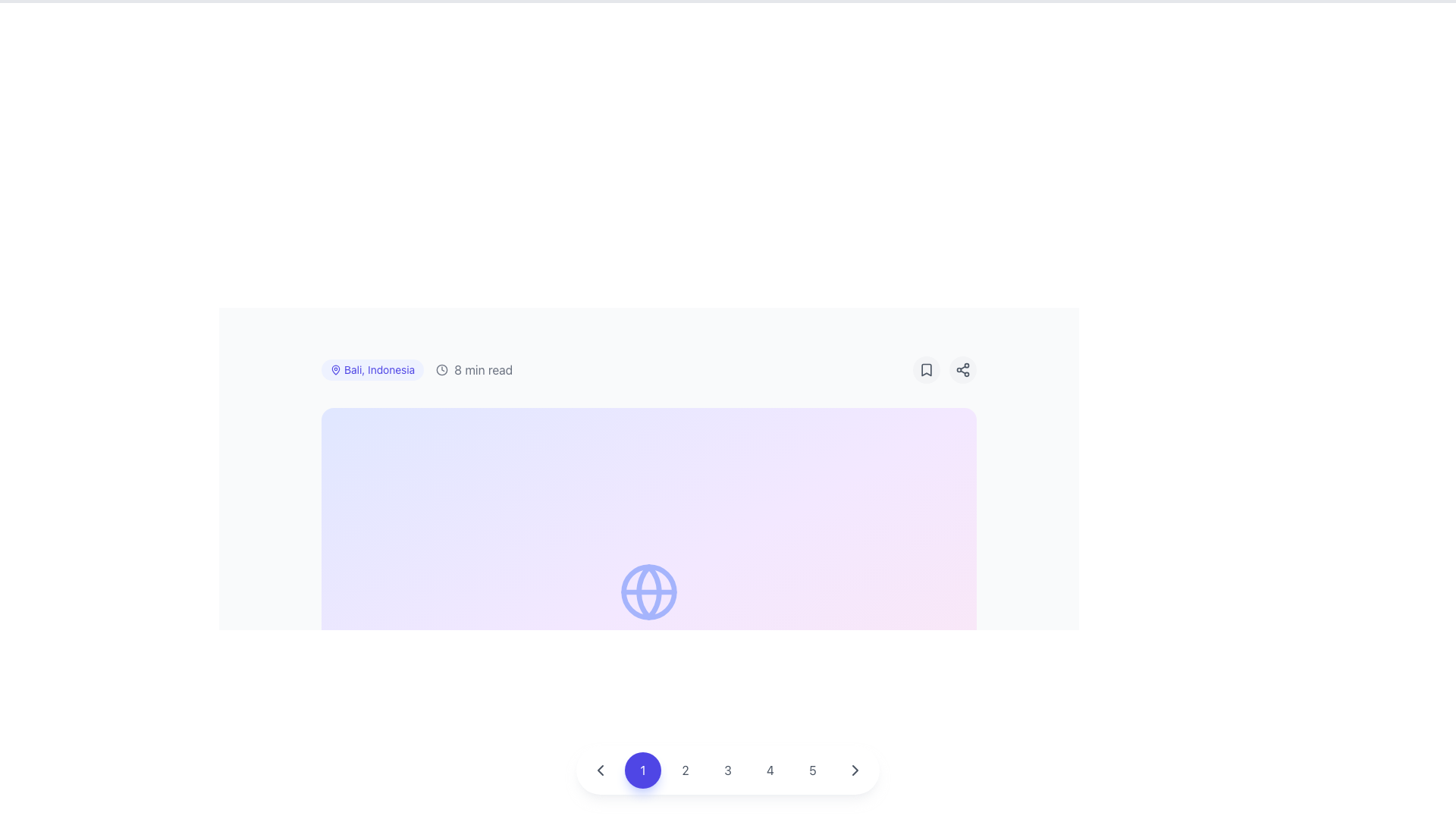 The height and width of the screenshot is (819, 1456). I want to click on text label displaying '8 min read' in light gray font, located to the right of a clock icon, so click(482, 370).